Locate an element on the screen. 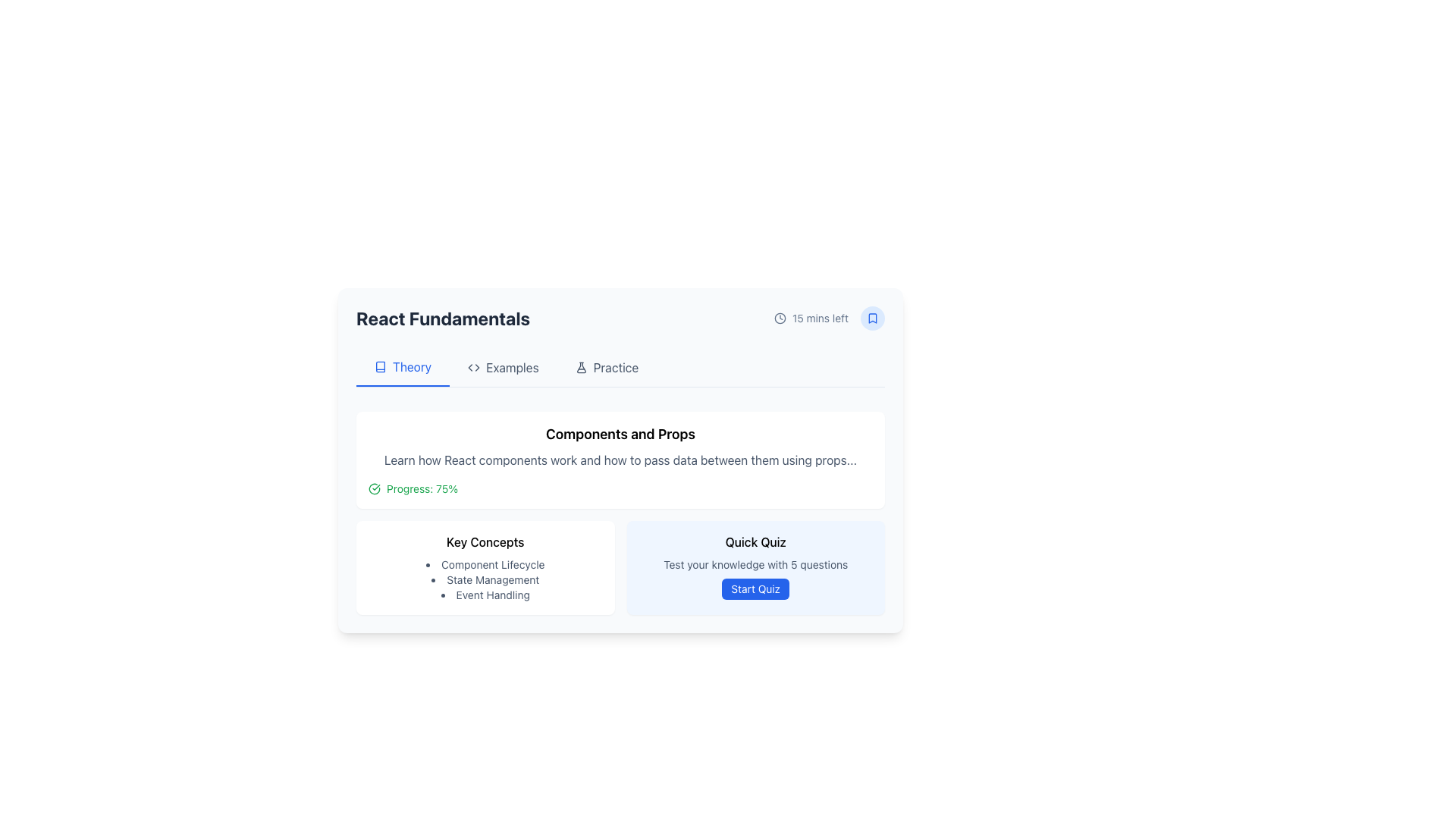  the SVG or vector graphic icon located is located at coordinates (580, 368).